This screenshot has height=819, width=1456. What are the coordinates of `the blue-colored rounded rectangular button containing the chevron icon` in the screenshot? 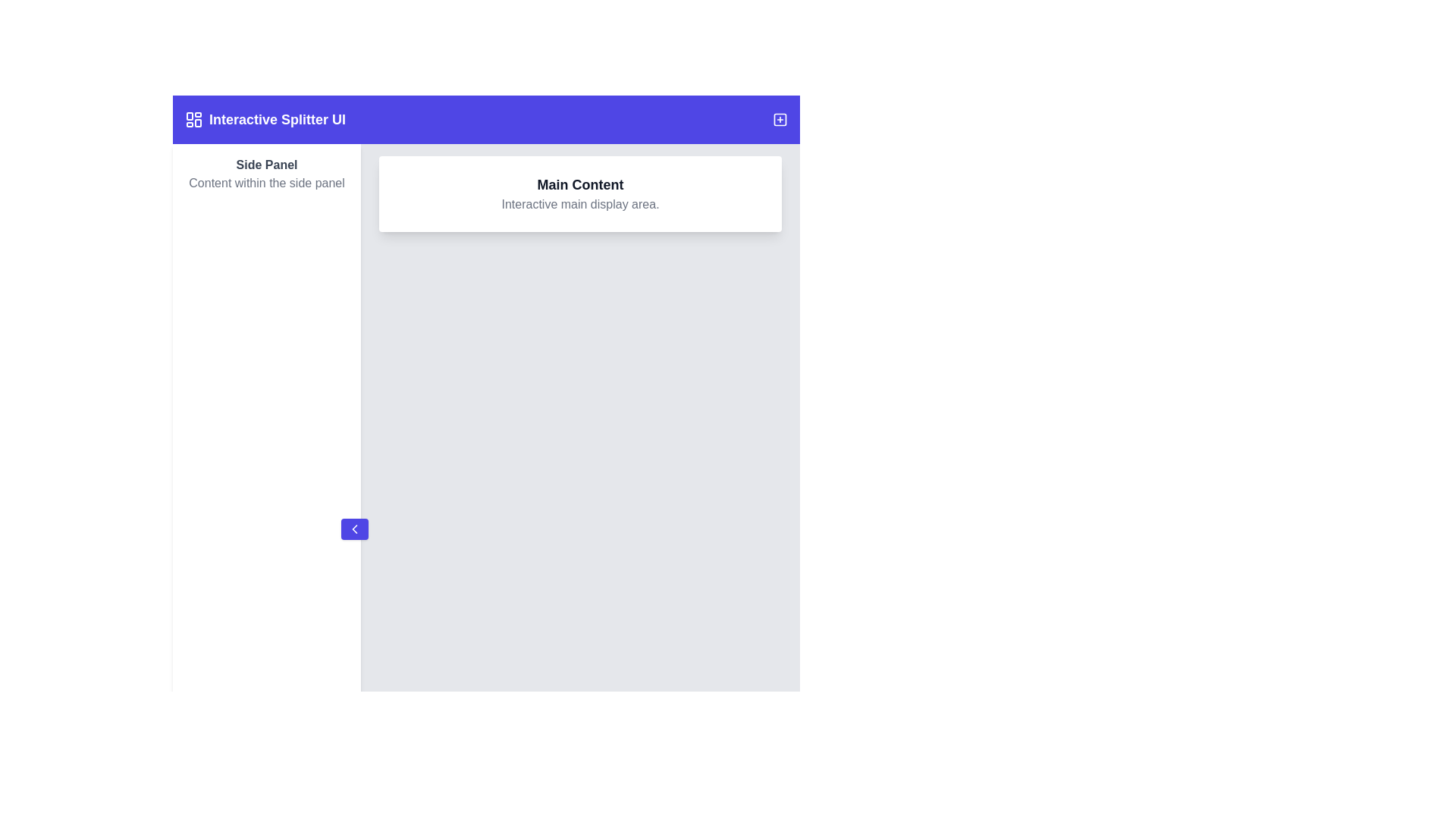 It's located at (354, 529).